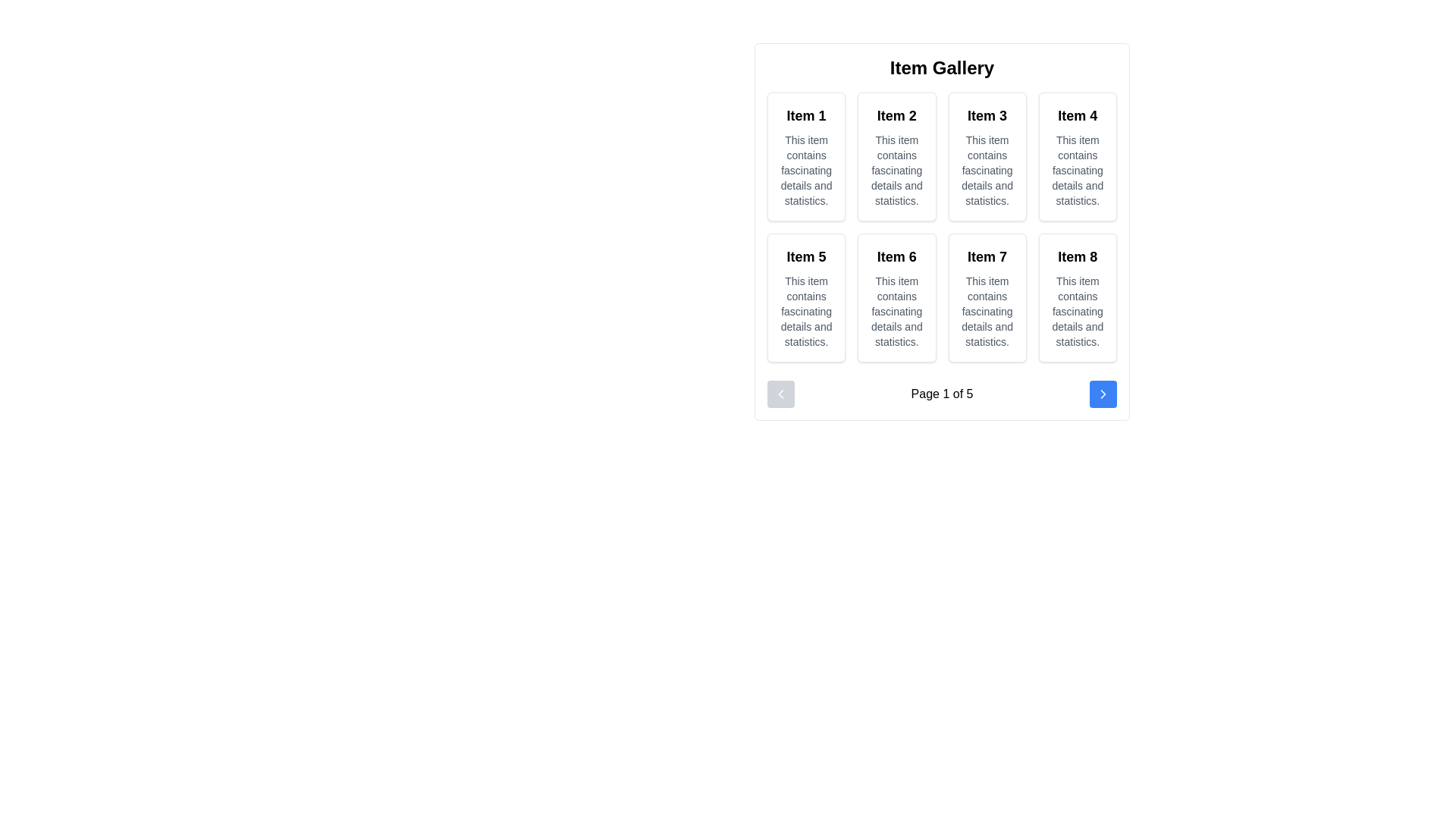 This screenshot has width=1456, height=819. Describe the element at coordinates (805, 115) in the screenshot. I see `the static text label that serves as the title or identifier of the specific grid item, located at the central section of the interface` at that location.